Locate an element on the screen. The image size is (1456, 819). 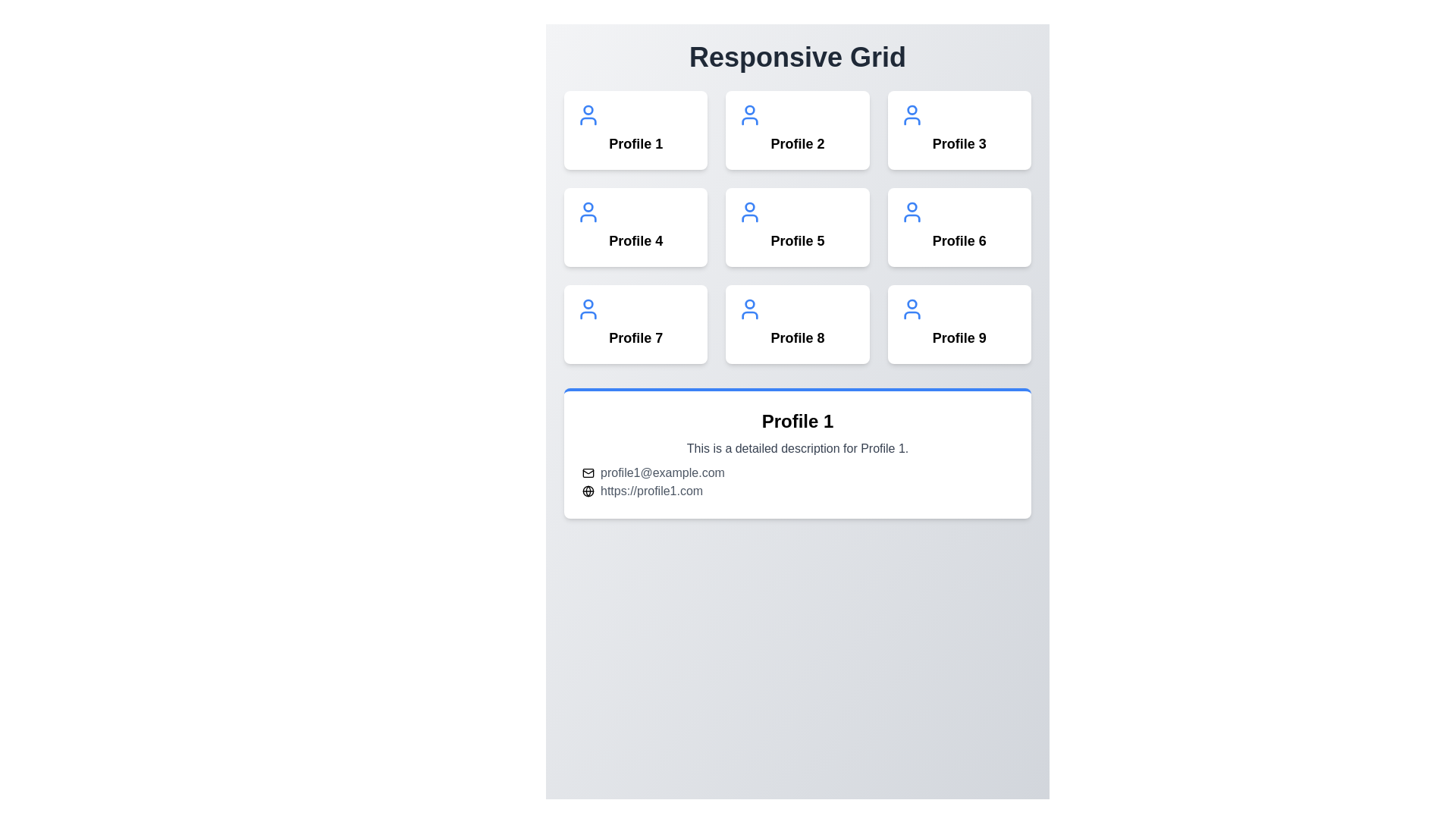
prominent header text 'Responsive Grid' located at the top section of the page, centered horizontally with a dark font on a light gradient background is located at coordinates (796, 57).